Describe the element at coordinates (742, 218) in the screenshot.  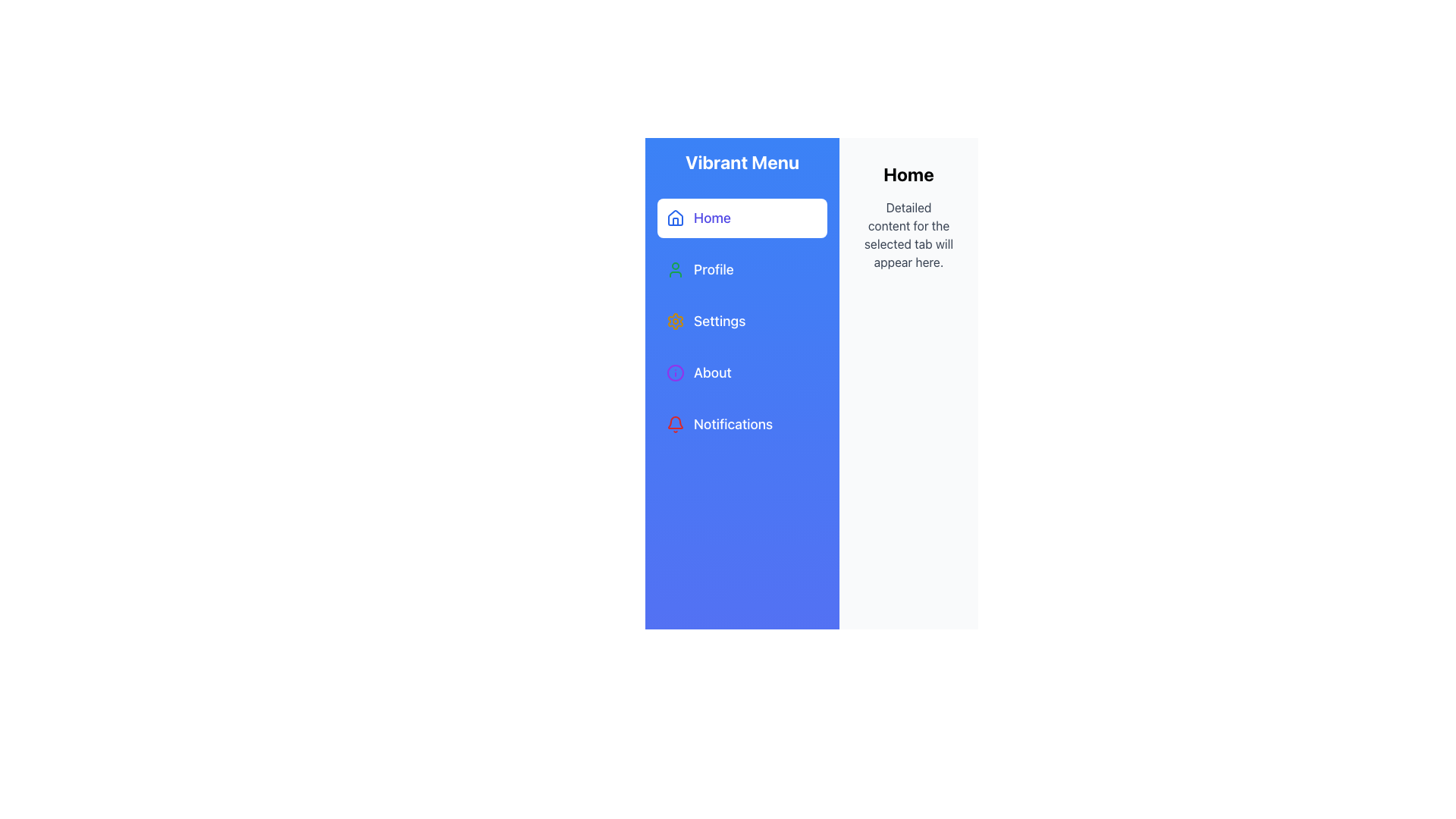
I see `the 'Home' button located at the top-left corner of the menu, just below 'Vibrant Menu' and above 'Profile'` at that location.